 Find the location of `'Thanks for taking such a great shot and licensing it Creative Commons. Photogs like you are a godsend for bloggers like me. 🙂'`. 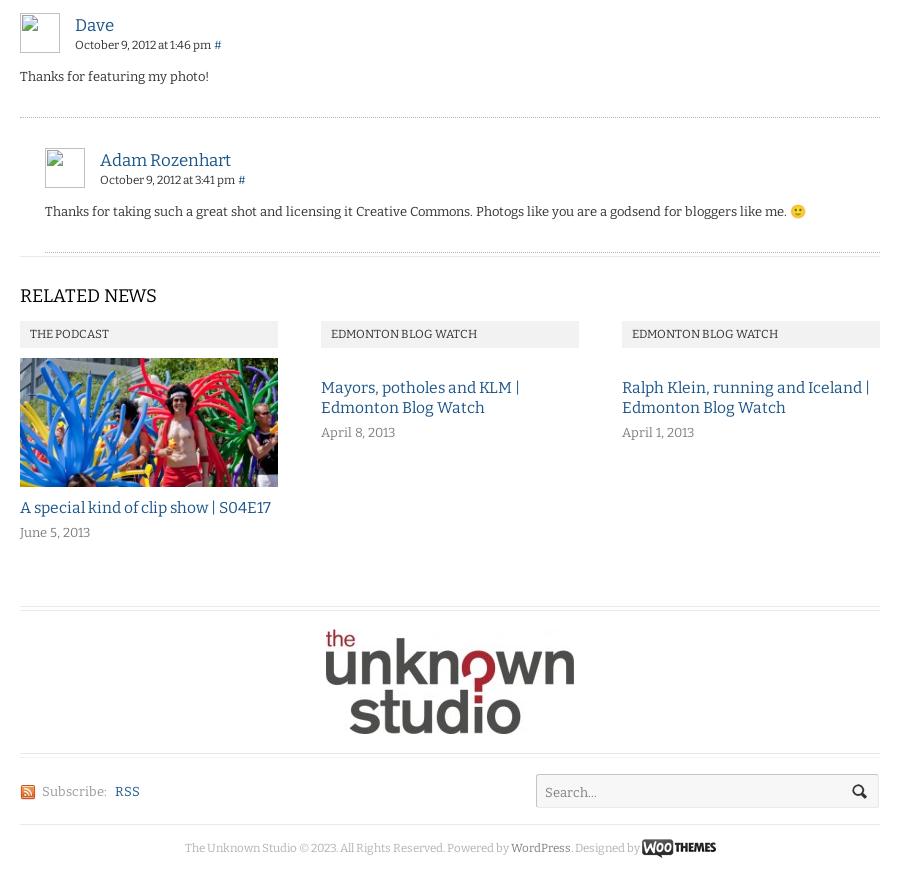

'Thanks for taking such a great shot and licensing it Creative Commons. Photogs like you are a godsend for bloggers like me. 🙂' is located at coordinates (425, 210).